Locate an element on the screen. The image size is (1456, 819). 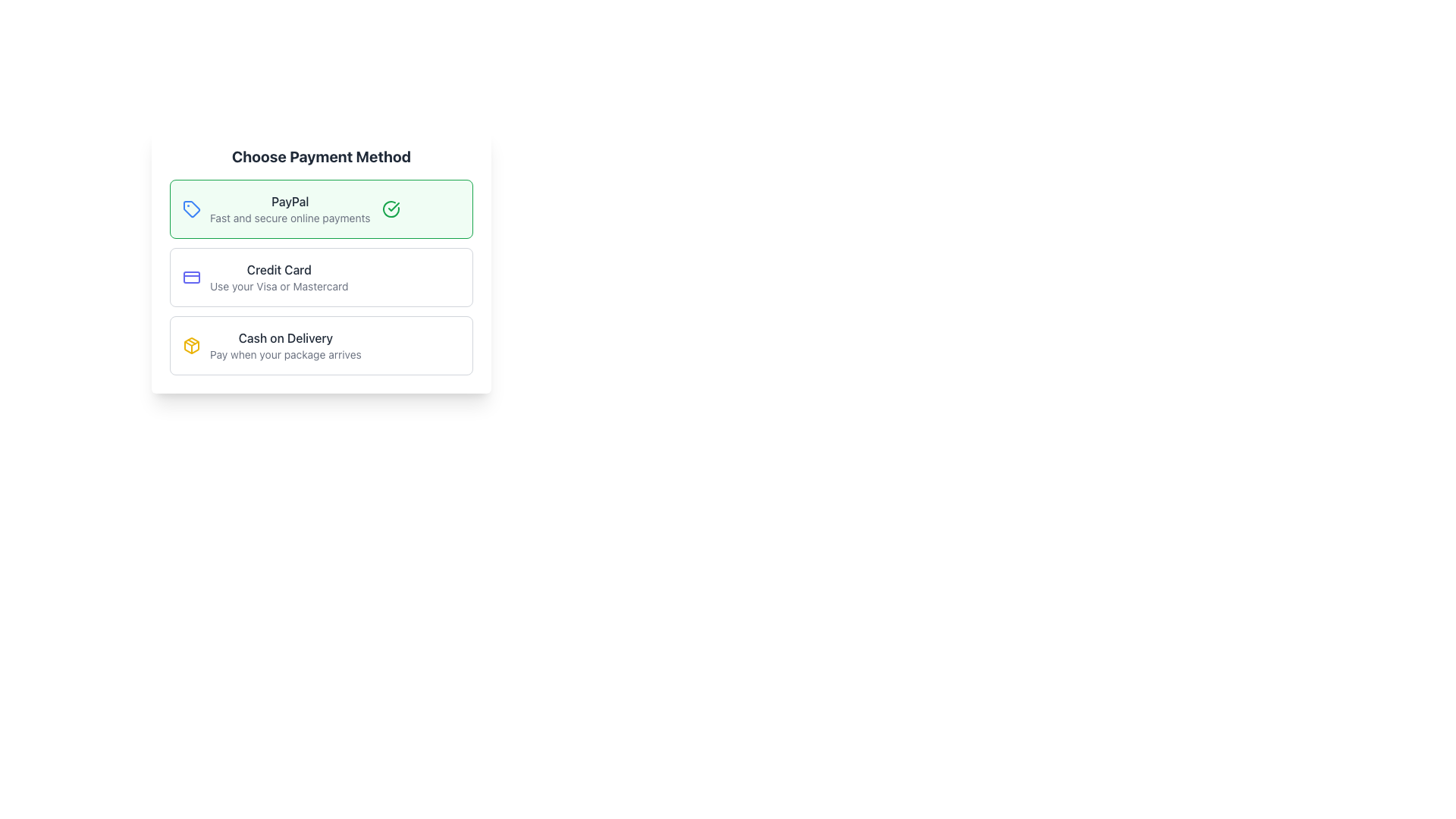
the 'Credit Card' selectable card located below the 'PayPal' option and above 'Cash on Delivery' in the 'Choose Payment Method' section is located at coordinates (320, 278).